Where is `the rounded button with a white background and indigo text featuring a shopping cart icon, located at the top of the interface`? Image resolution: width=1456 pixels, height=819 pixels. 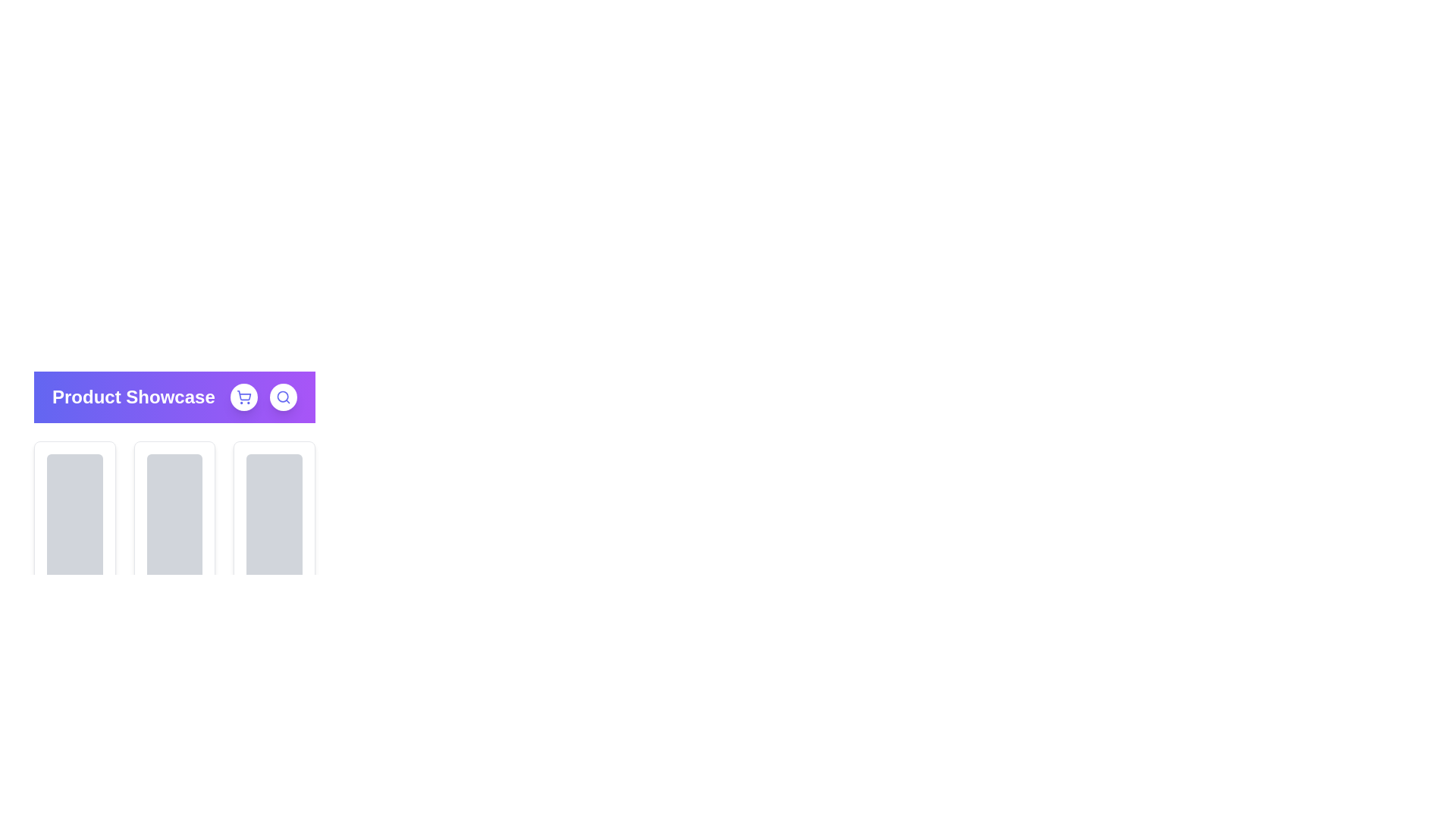 the rounded button with a white background and indigo text featuring a shopping cart icon, located at the top of the interface is located at coordinates (243, 397).